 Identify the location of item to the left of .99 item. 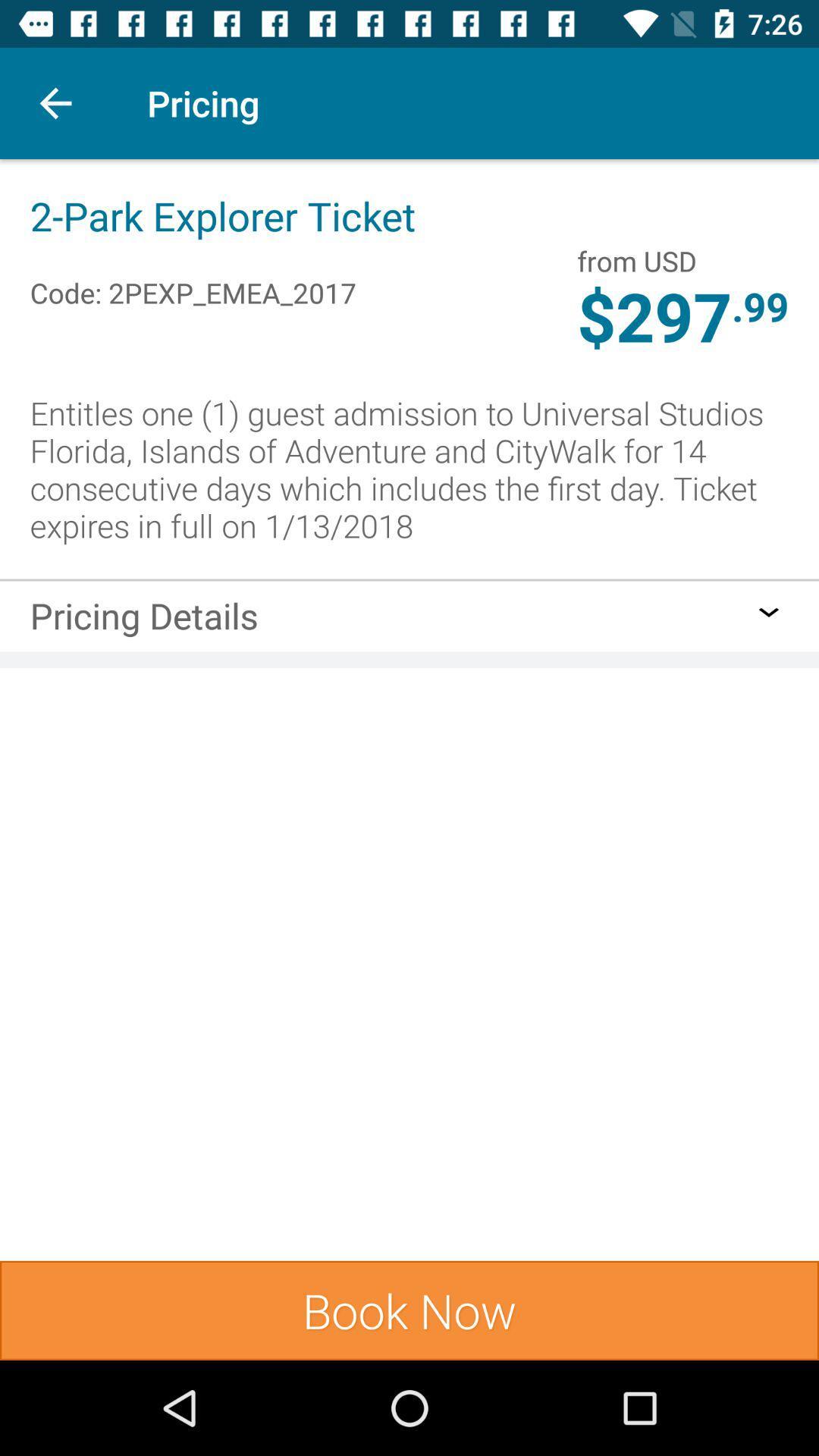
(637, 261).